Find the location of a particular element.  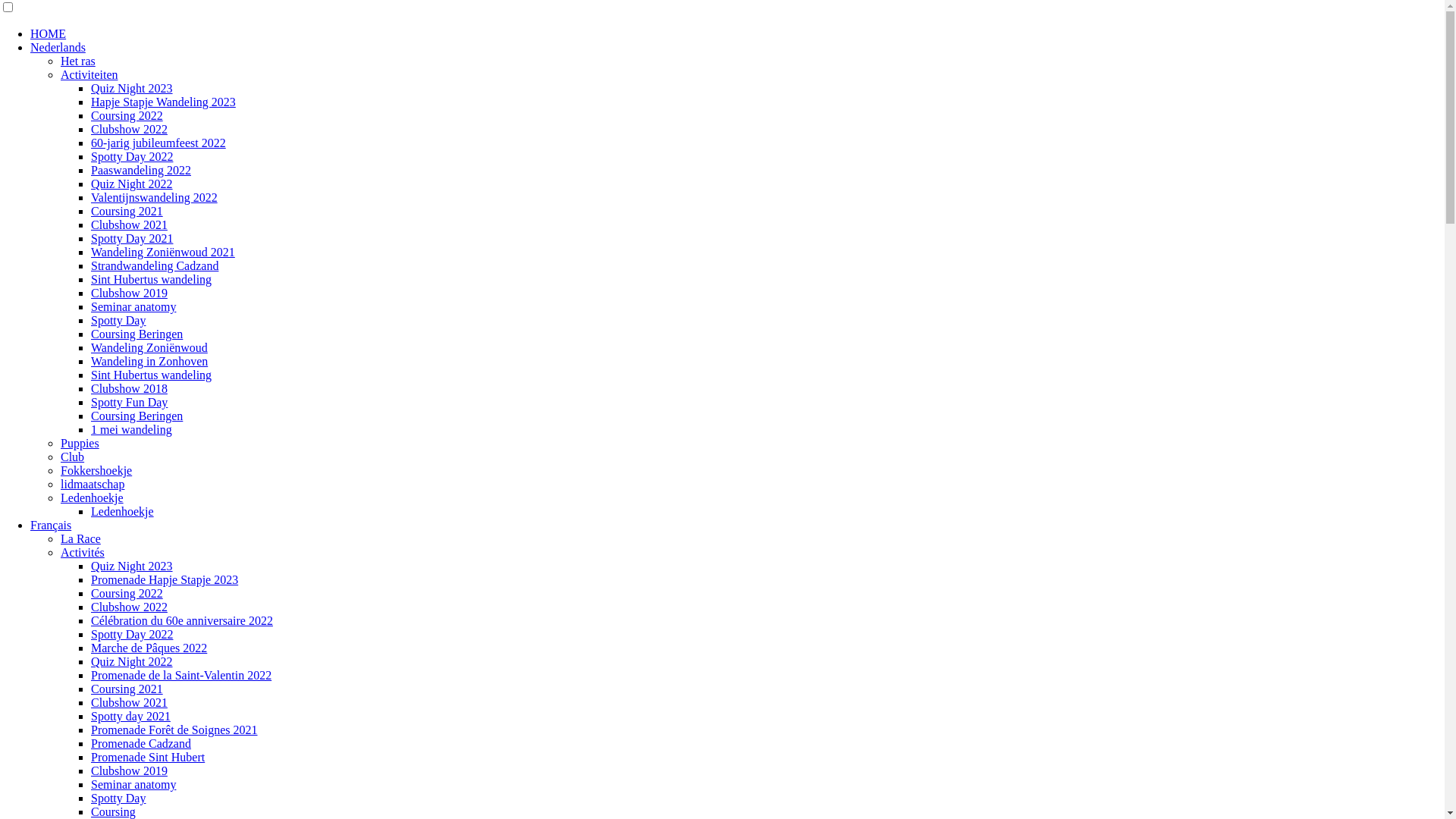

'La Race' is located at coordinates (80, 538).